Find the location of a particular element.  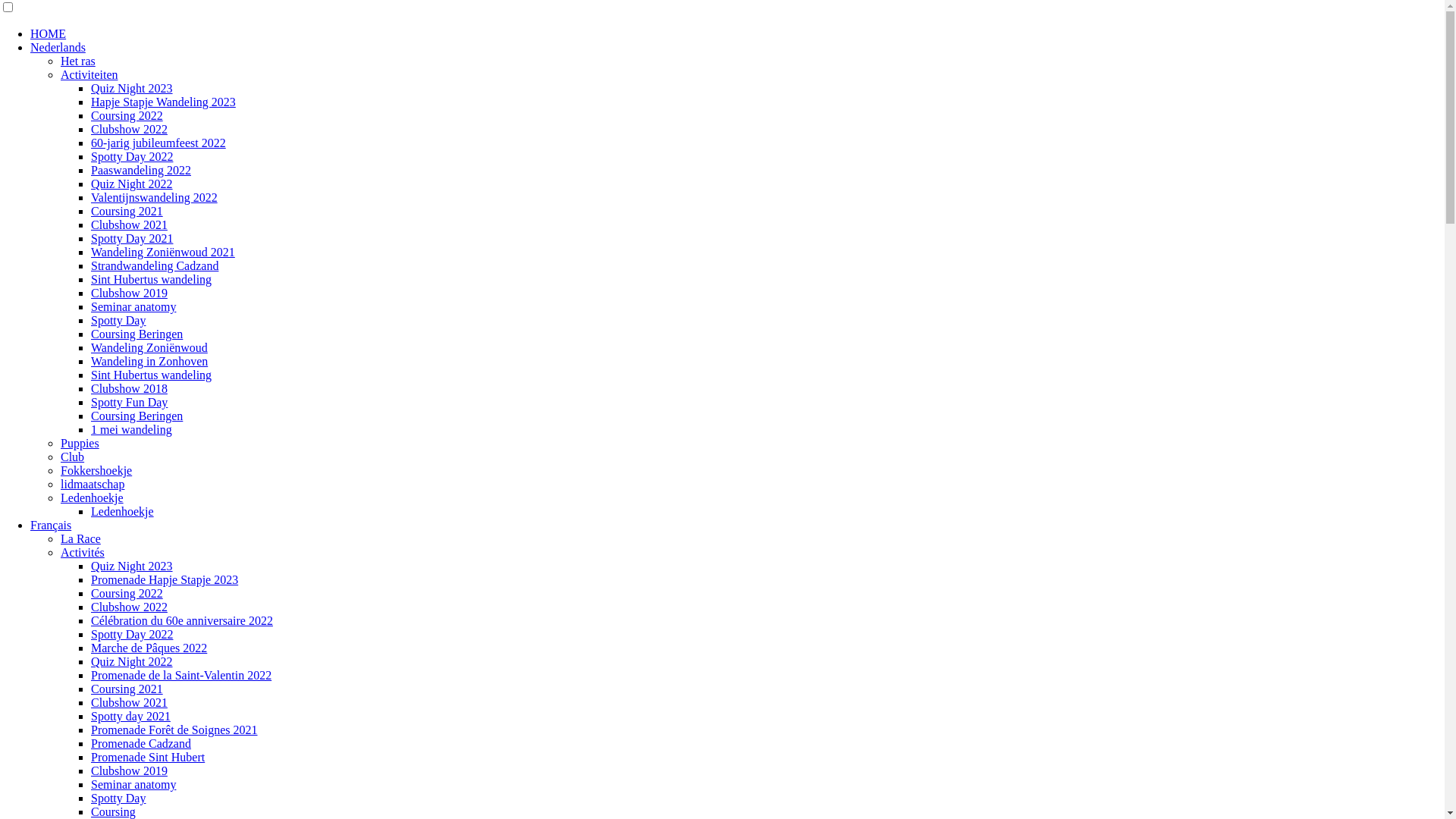

'La Race' is located at coordinates (80, 538).